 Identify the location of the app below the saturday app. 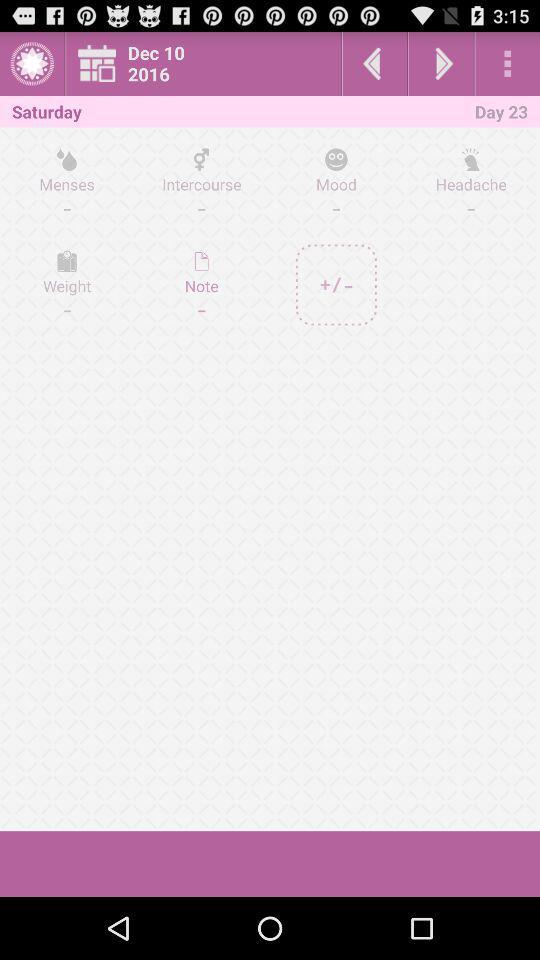
(67, 183).